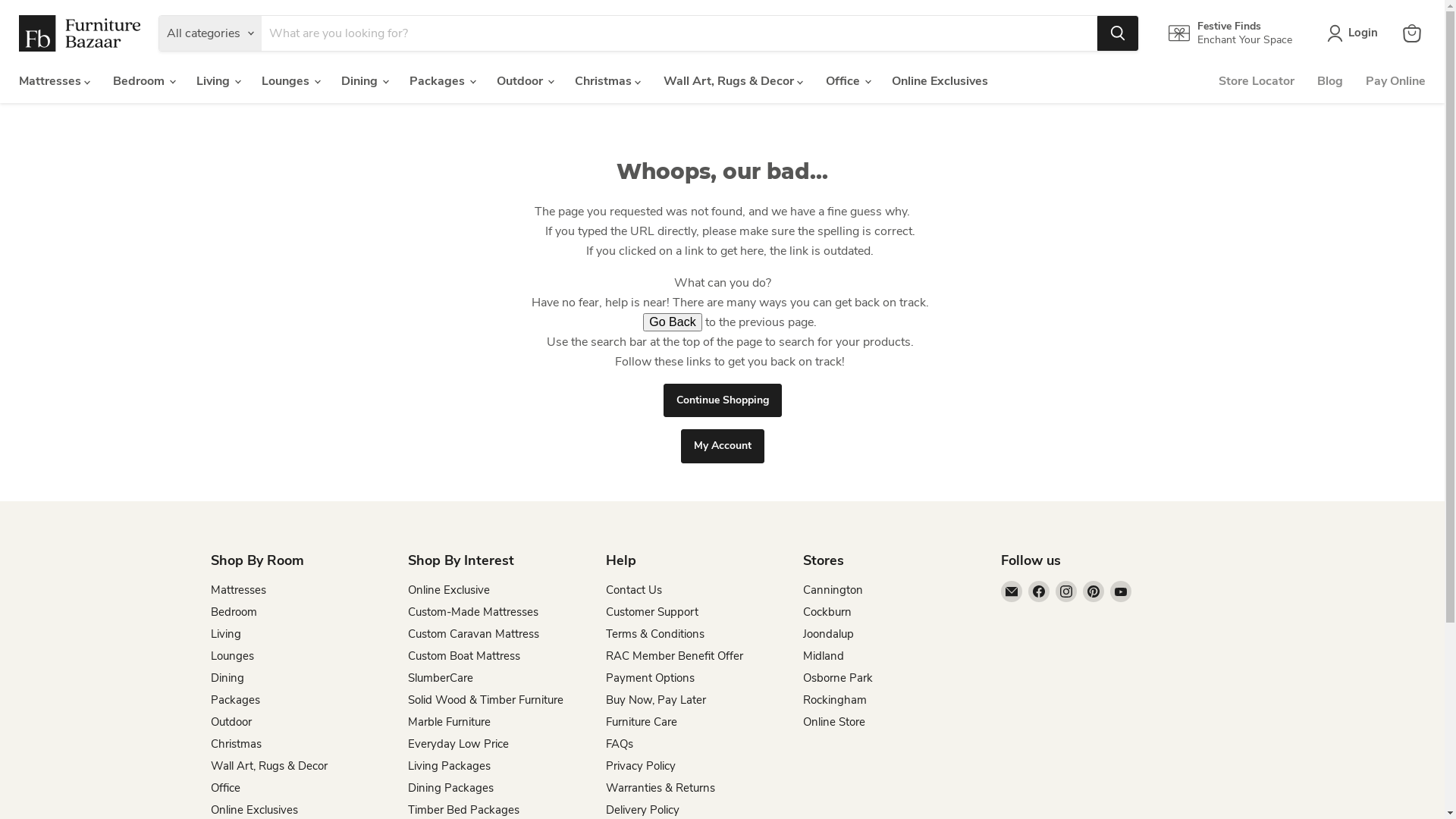  Describe the element at coordinates (1411, 33) in the screenshot. I see `'View cart'` at that location.